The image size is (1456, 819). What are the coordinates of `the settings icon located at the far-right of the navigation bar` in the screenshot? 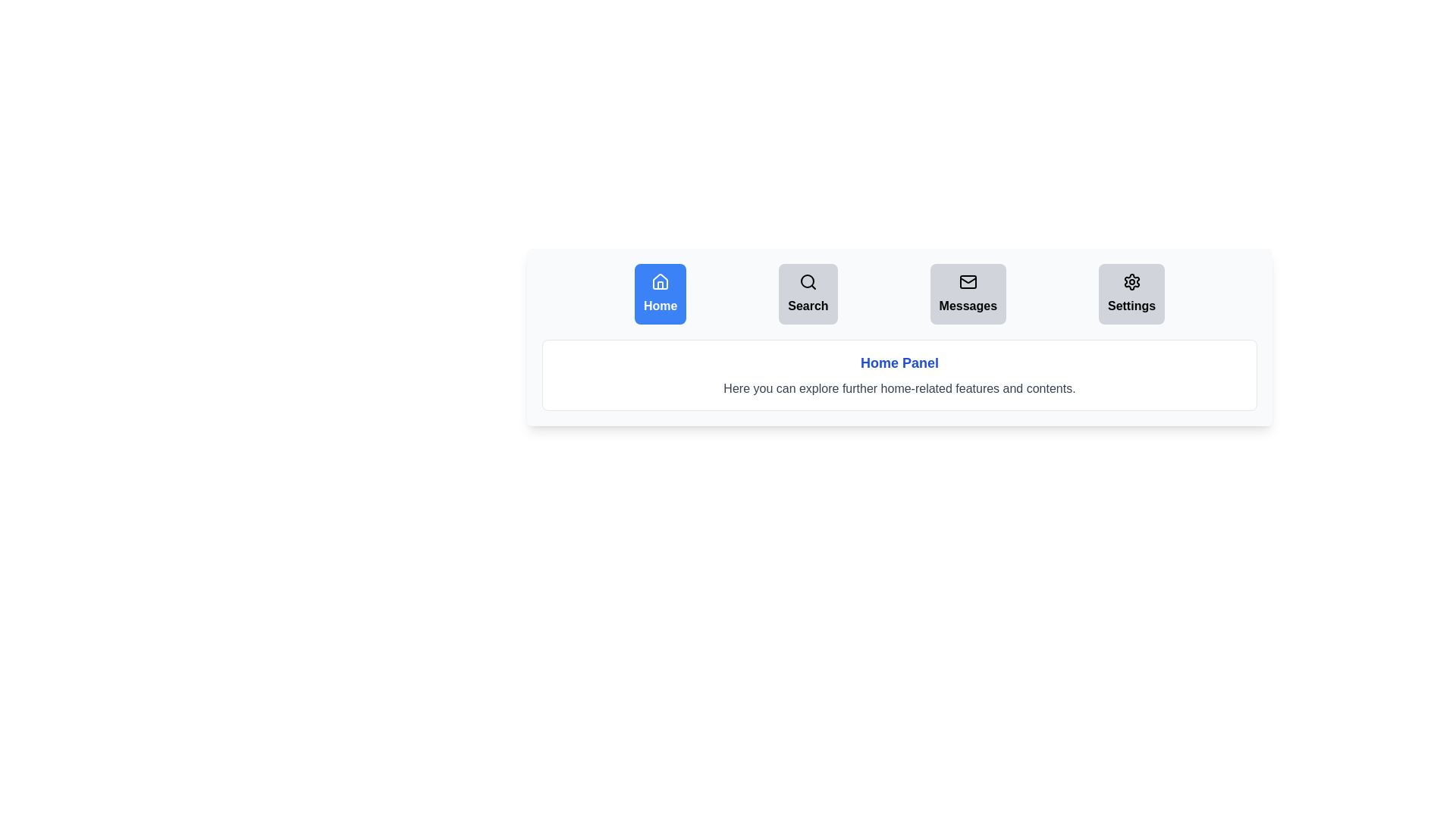 It's located at (1131, 281).